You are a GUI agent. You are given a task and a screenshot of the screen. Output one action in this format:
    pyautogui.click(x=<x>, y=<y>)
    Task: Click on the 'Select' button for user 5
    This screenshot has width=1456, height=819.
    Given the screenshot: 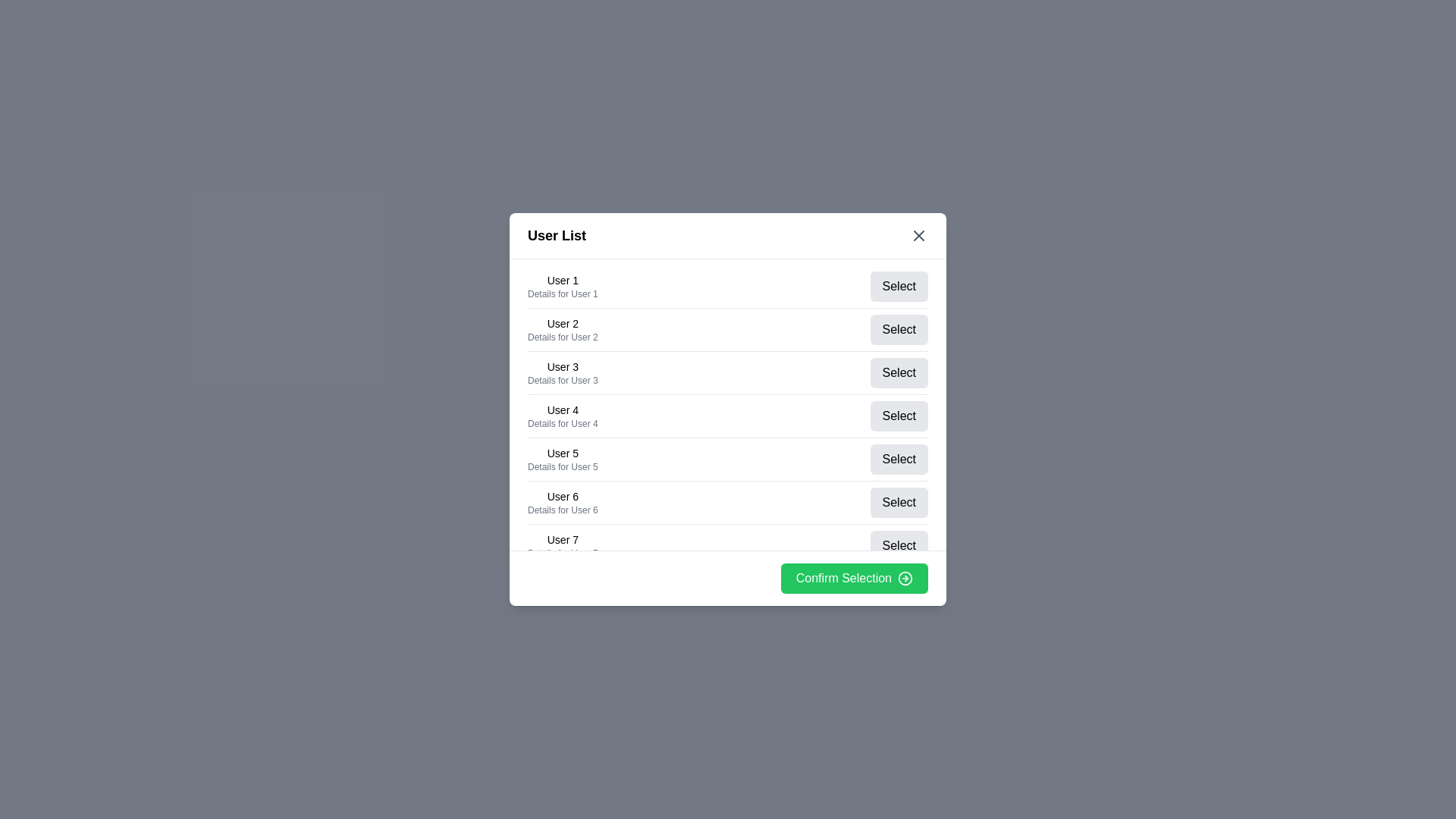 What is the action you would take?
    pyautogui.click(x=899, y=458)
    